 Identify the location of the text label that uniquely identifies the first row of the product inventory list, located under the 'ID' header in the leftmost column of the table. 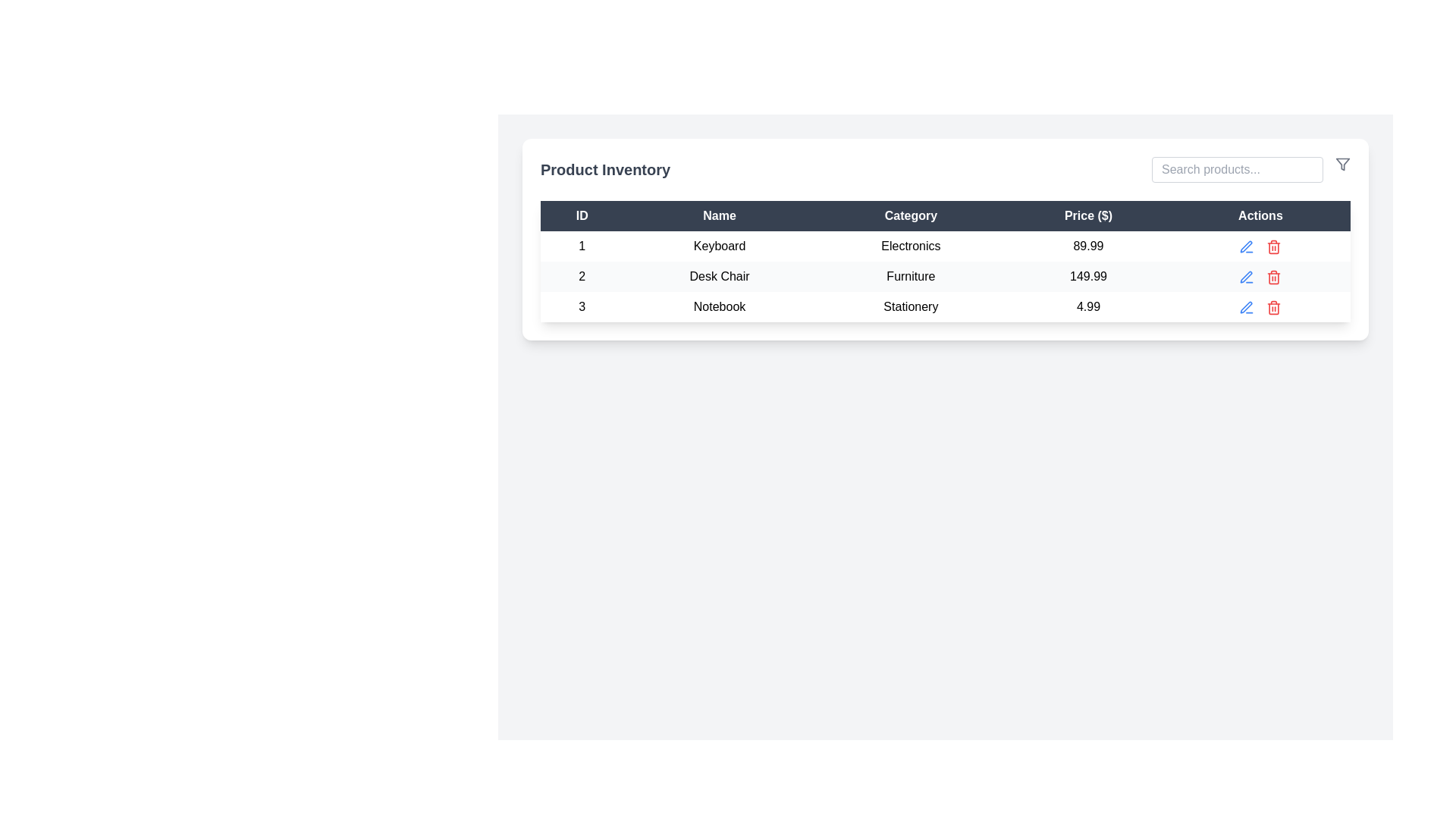
(581, 245).